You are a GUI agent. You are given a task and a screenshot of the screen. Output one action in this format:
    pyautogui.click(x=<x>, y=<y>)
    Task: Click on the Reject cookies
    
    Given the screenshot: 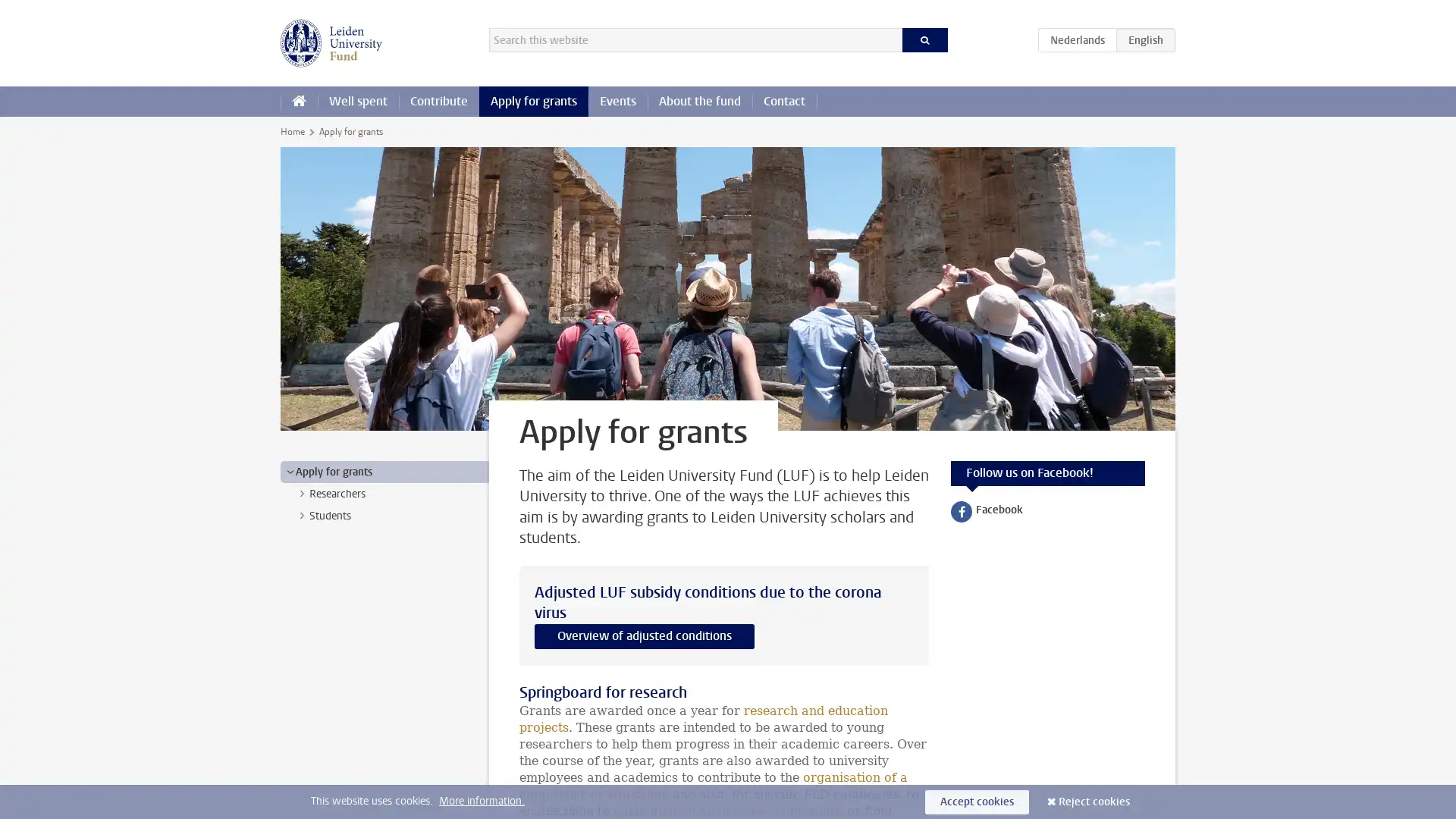 What is the action you would take?
    pyautogui.click(x=1094, y=801)
    